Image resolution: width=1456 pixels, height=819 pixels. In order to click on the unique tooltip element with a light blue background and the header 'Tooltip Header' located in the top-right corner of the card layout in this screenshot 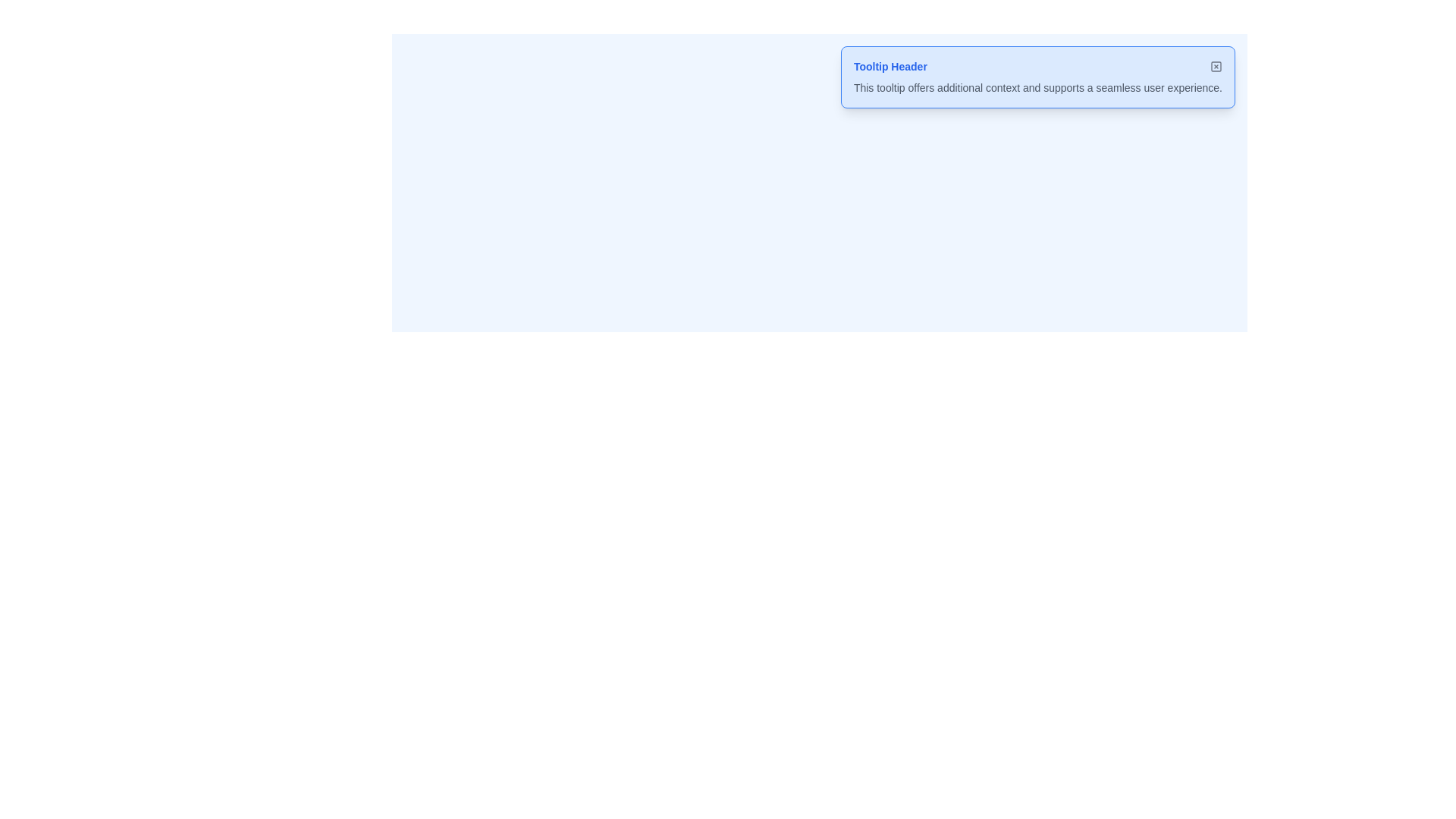, I will do `click(1037, 77)`.